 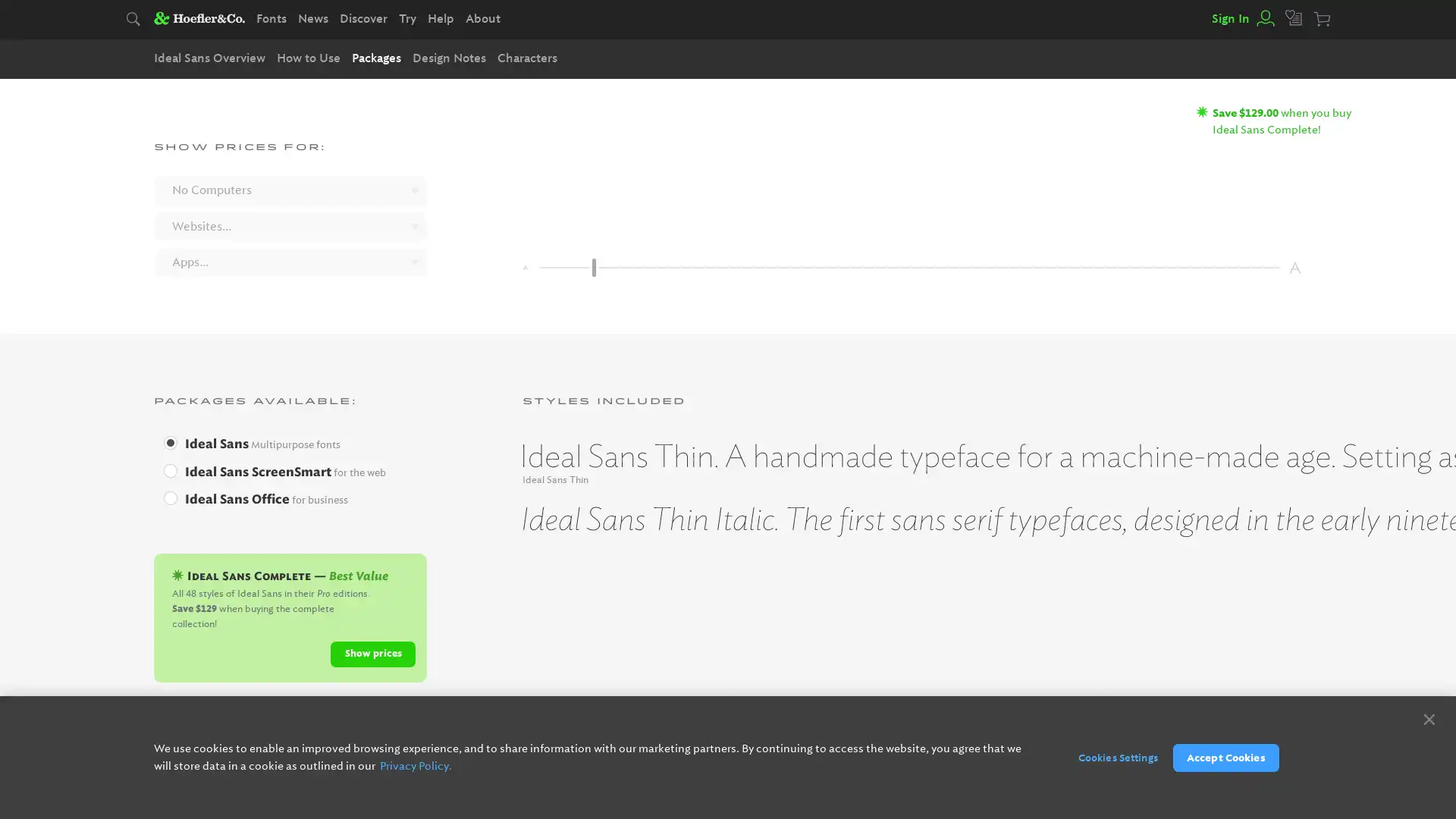 What do you see at coordinates (1428, 718) in the screenshot?
I see `Close` at bounding box center [1428, 718].